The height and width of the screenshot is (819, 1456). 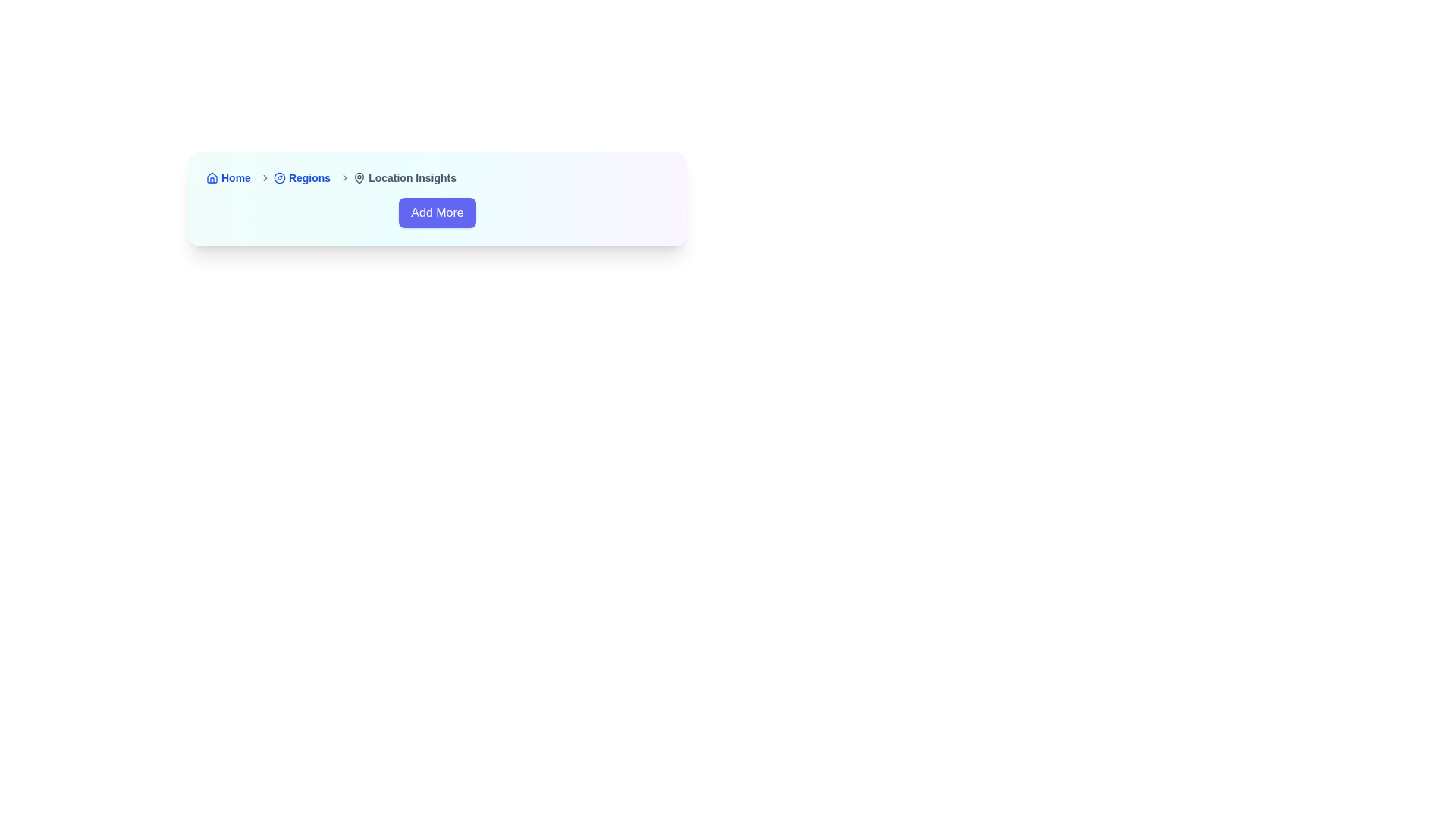 What do you see at coordinates (227, 177) in the screenshot?
I see `the 'Home' link in the breadcrumb navigation bar at the top of the card to underline the text` at bounding box center [227, 177].